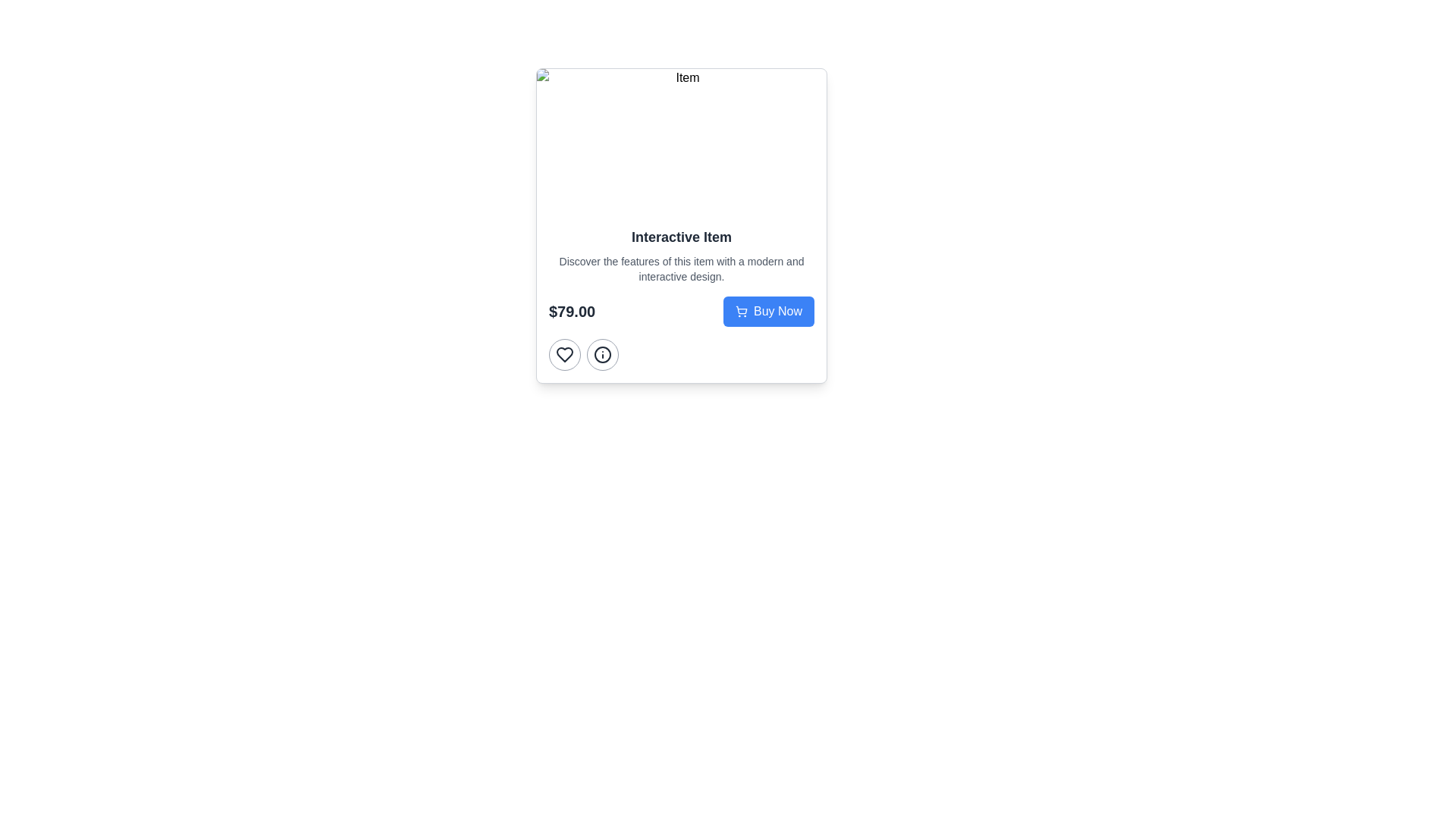 The height and width of the screenshot is (819, 1456). I want to click on the SVG circle icon element that represents information or a tooltip marker, which is located in the second position of two icons below the main item description and price section, to the right of the heart-shaped icon, so click(602, 354).